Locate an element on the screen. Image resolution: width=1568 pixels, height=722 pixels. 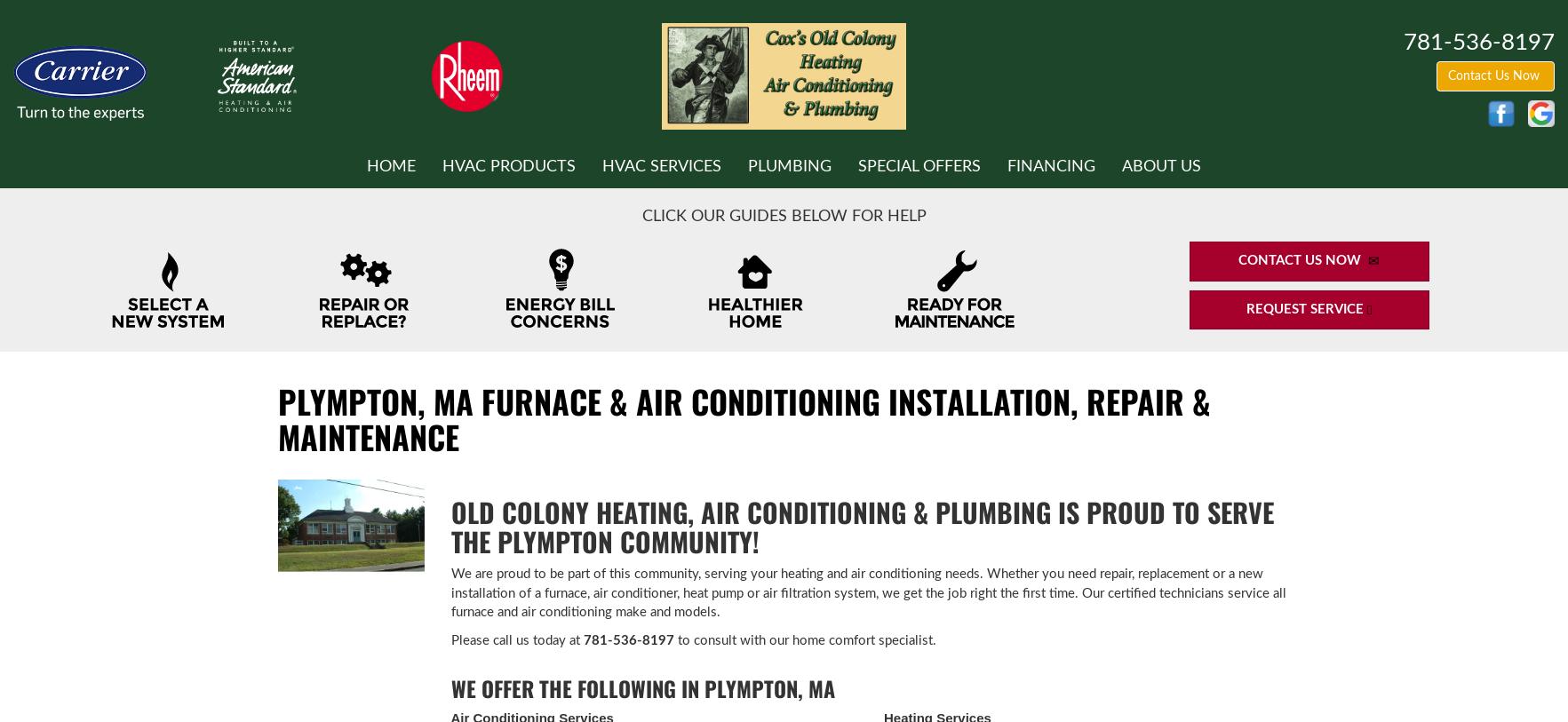
'HVAC Products' is located at coordinates (442, 164).